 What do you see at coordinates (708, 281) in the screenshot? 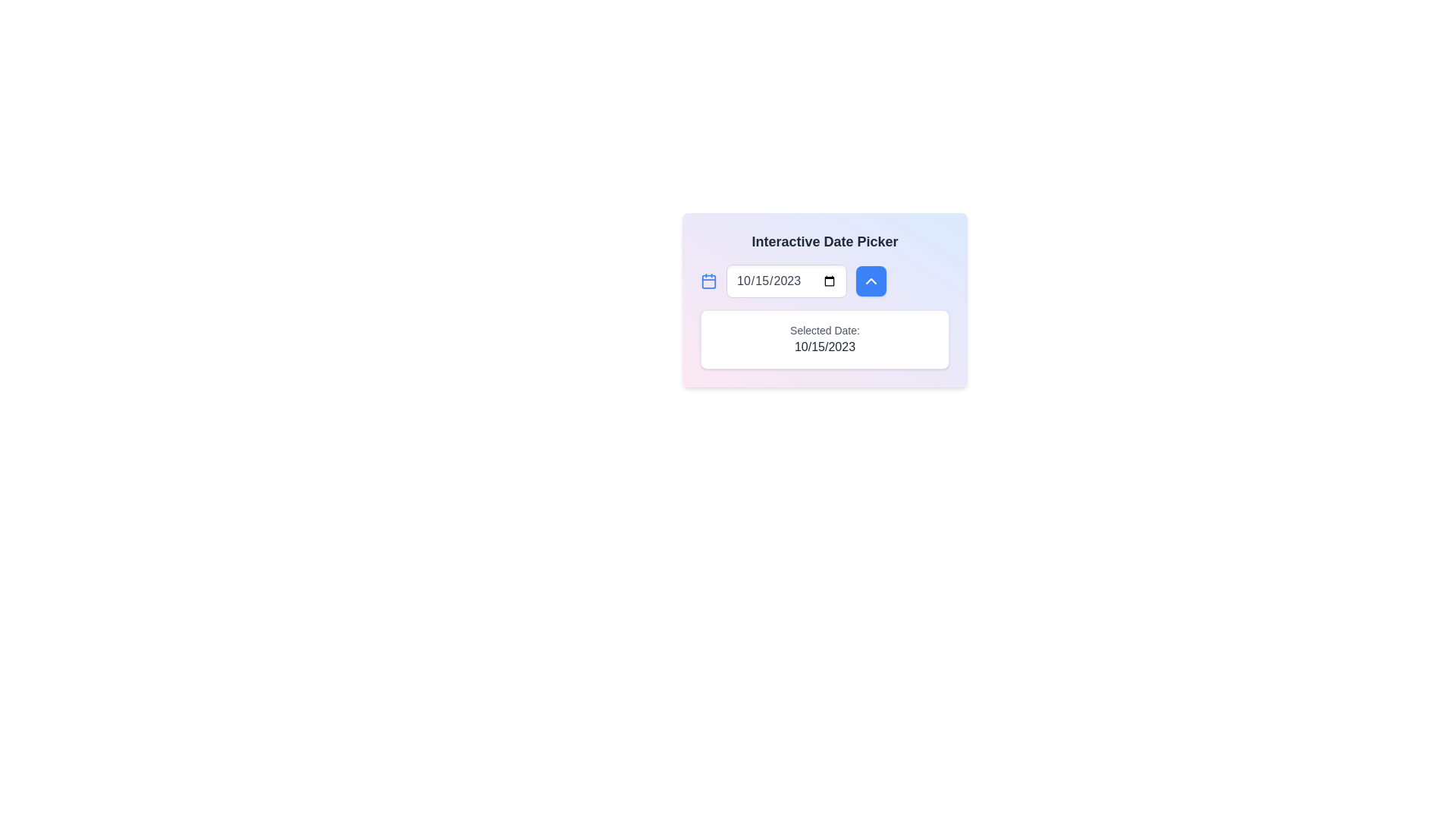
I see `the calendar icon, which is the leftmost component in the horizontal layout preceding the date input field` at bounding box center [708, 281].